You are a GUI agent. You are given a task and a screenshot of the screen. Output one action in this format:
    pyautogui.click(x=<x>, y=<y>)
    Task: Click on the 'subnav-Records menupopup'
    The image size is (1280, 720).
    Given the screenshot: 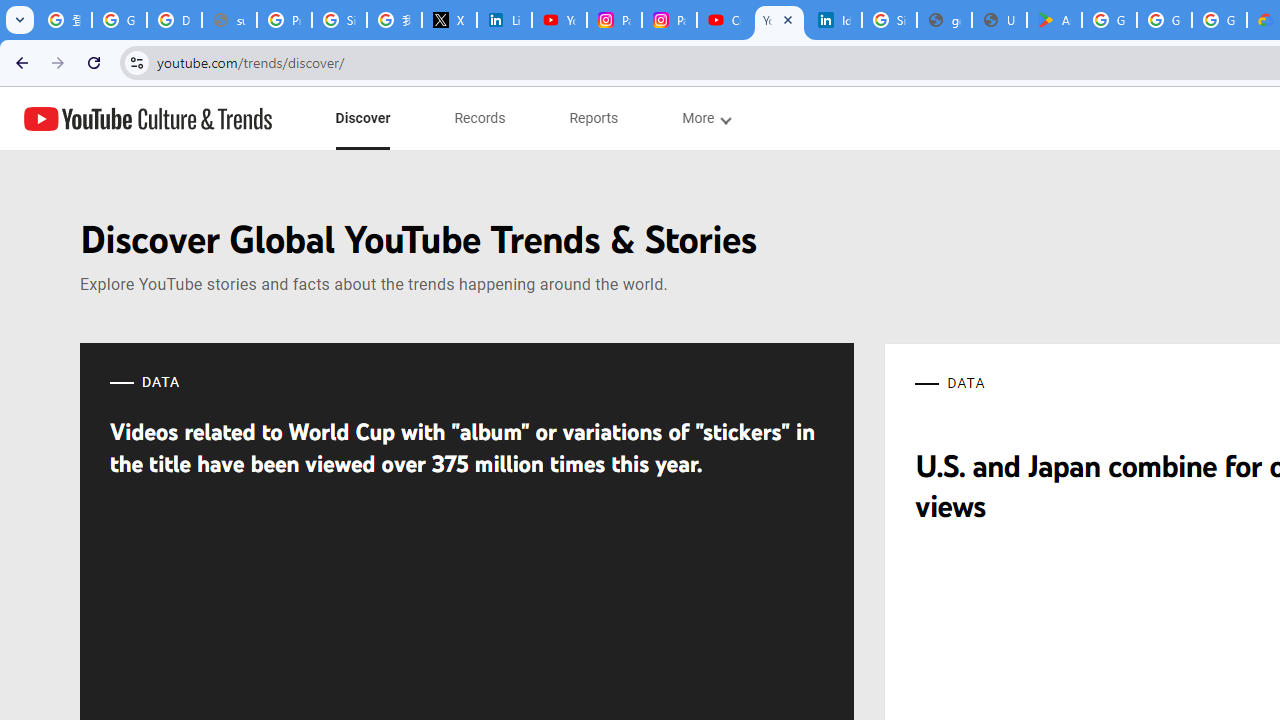 What is the action you would take?
    pyautogui.click(x=480, y=118)
    